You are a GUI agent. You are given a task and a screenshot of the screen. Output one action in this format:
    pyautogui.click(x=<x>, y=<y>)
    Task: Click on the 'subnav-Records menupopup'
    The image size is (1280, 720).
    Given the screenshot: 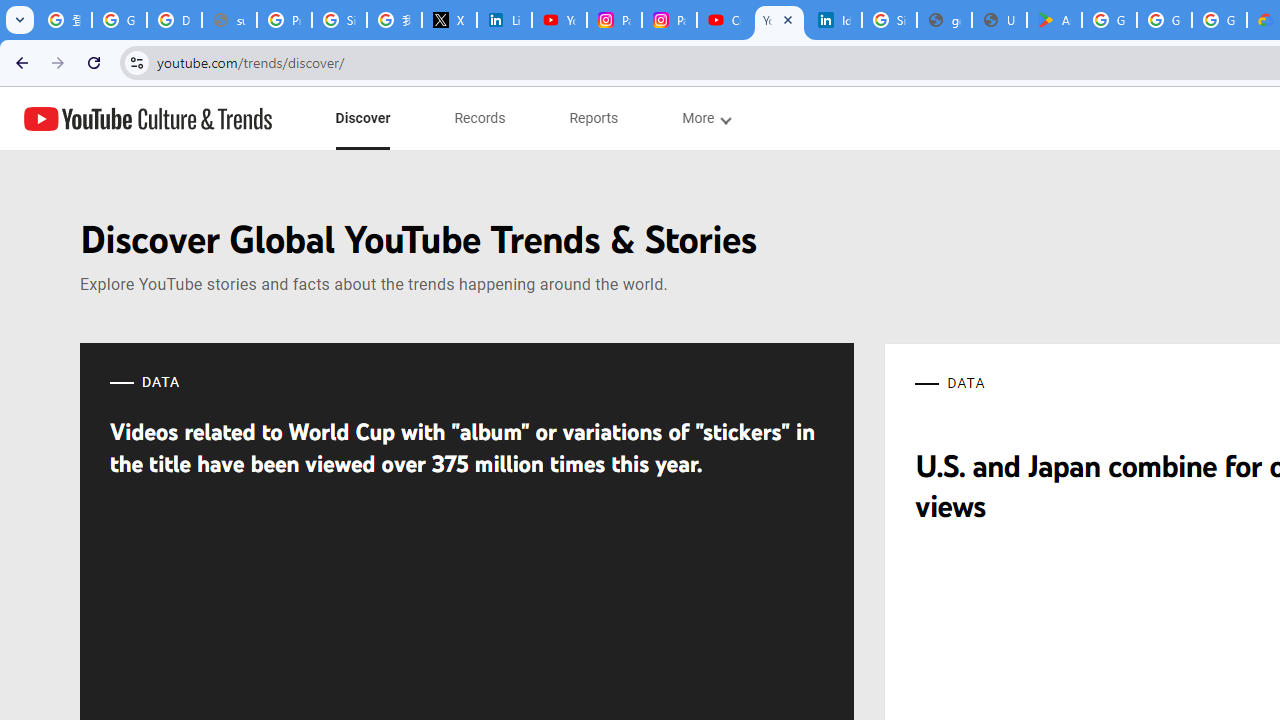 What is the action you would take?
    pyautogui.click(x=480, y=118)
    